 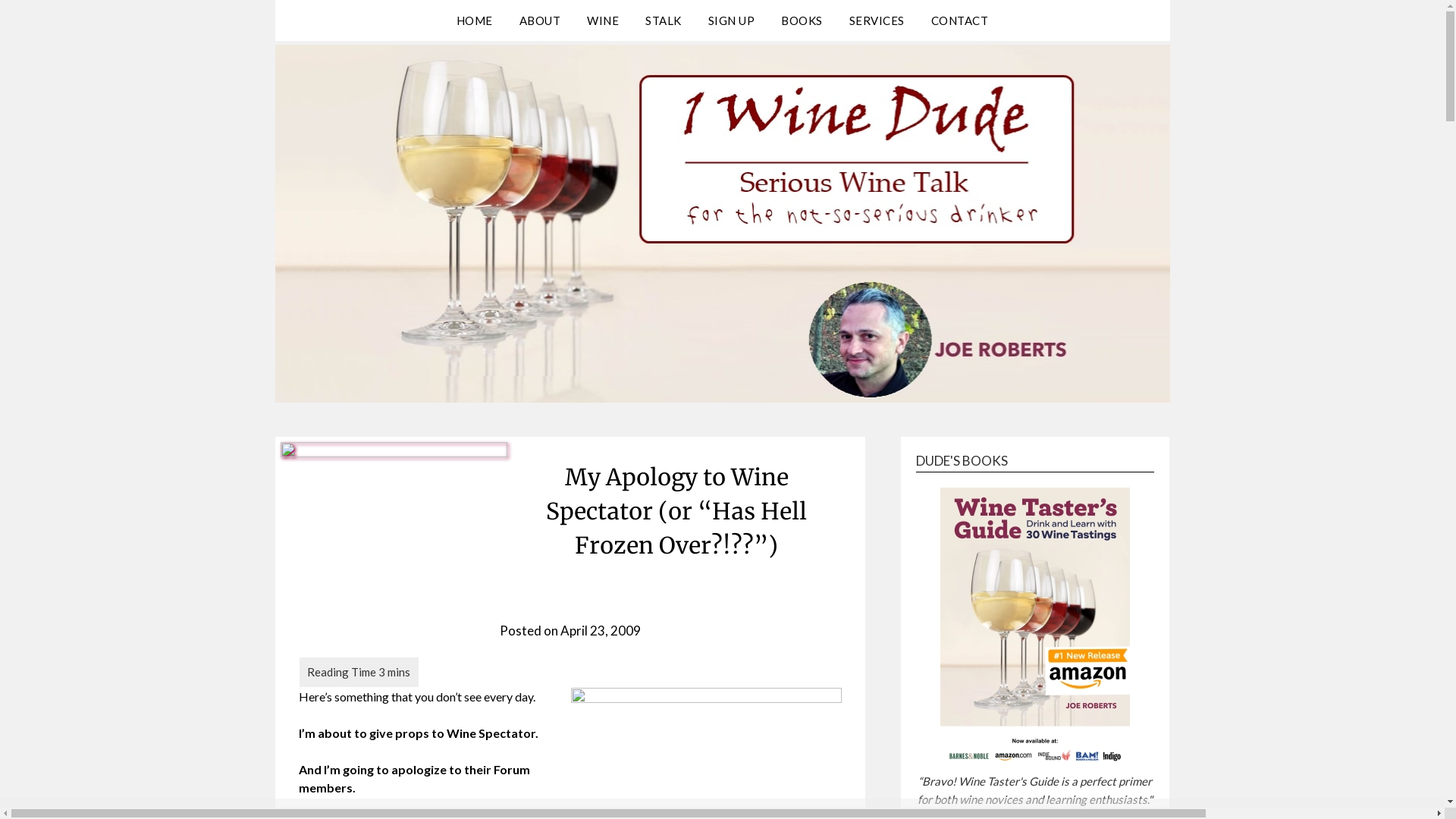 I want to click on 'April 23, 2009', so click(x=600, y=630).